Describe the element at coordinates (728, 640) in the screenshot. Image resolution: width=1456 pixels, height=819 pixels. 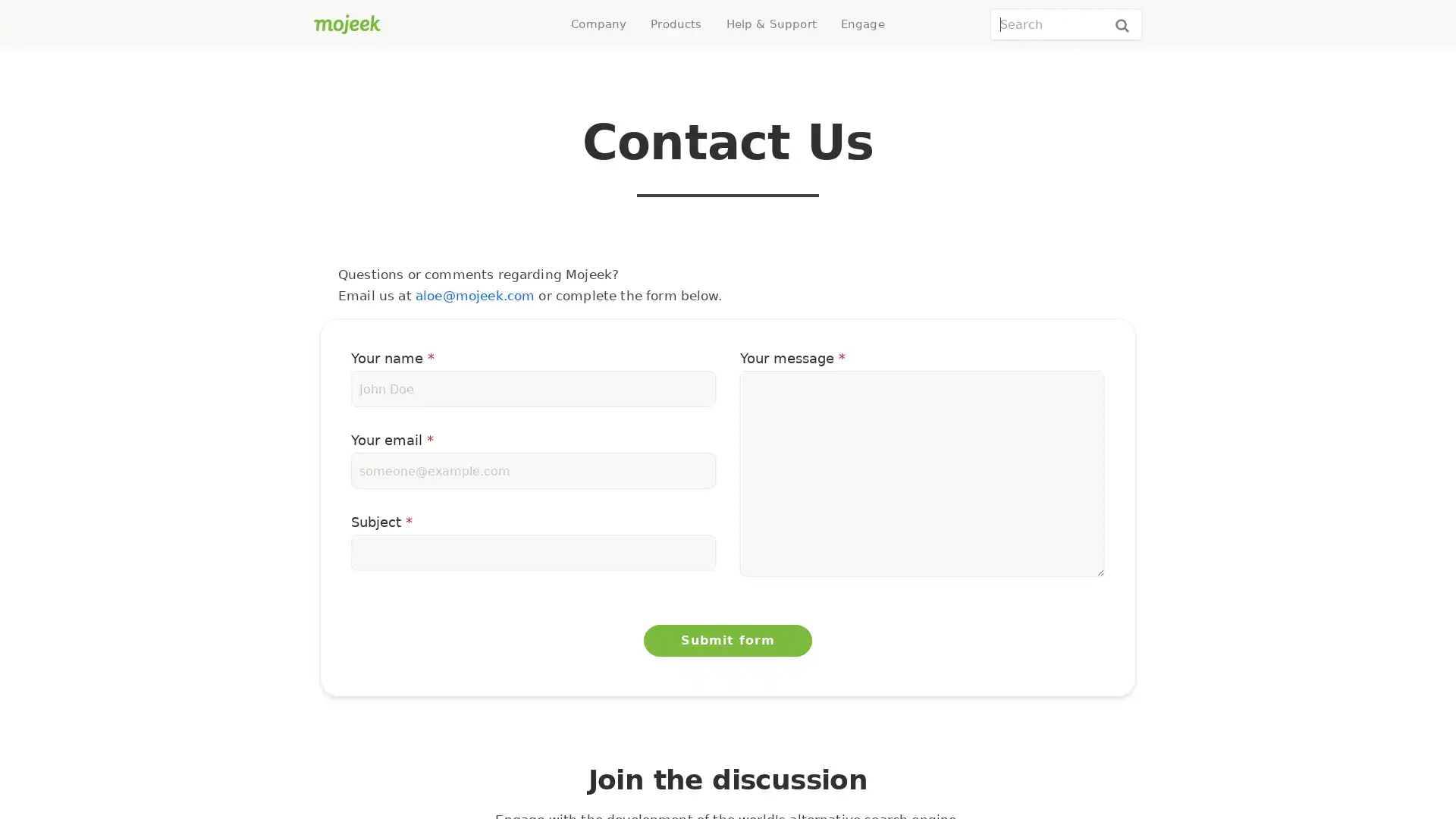
I see `Submit form` at that location.